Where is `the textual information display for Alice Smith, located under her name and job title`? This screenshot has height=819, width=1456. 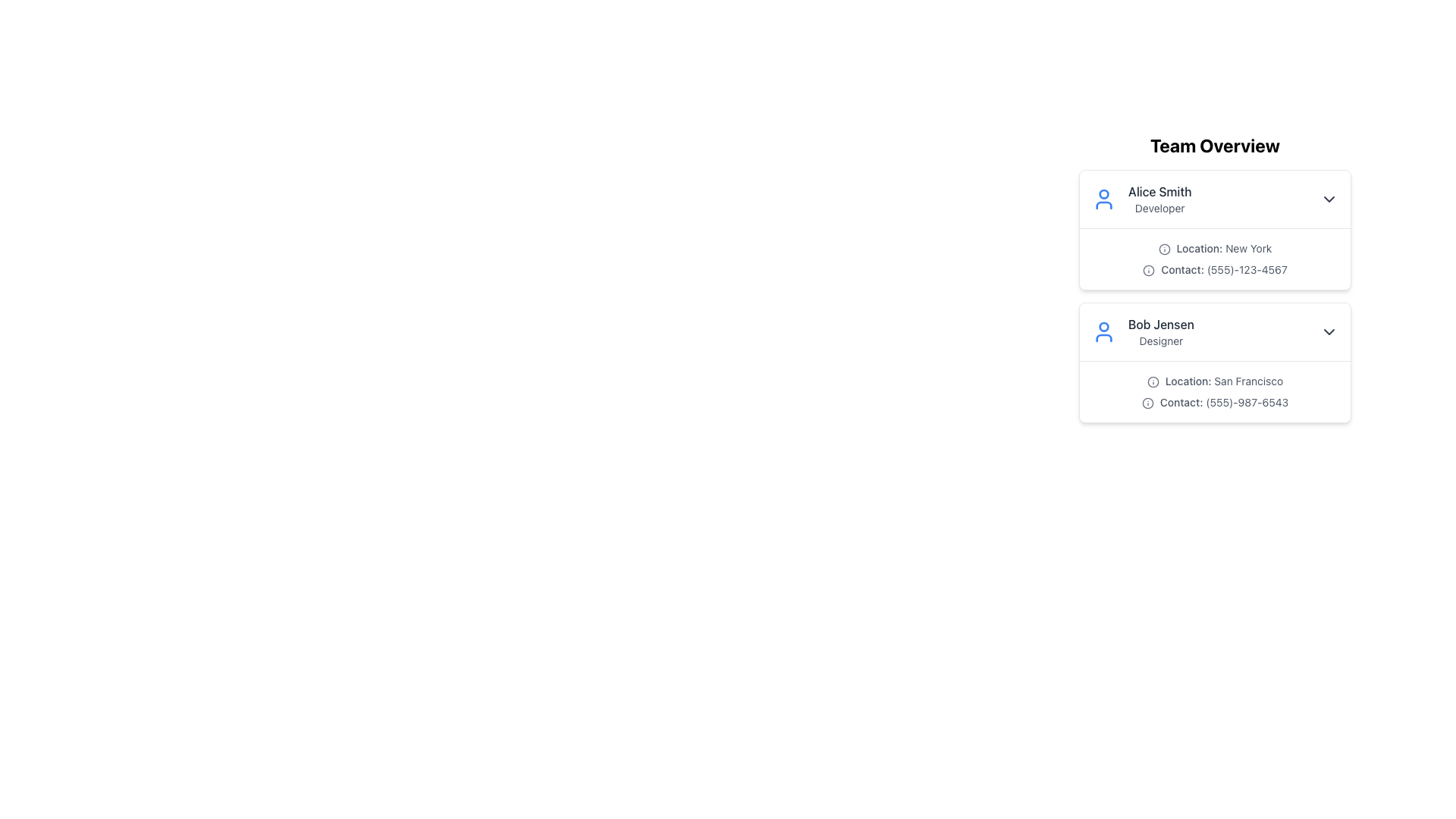 the textual information display for Alice Smith, located under her name and job title is located at coordinates (1215, 259).